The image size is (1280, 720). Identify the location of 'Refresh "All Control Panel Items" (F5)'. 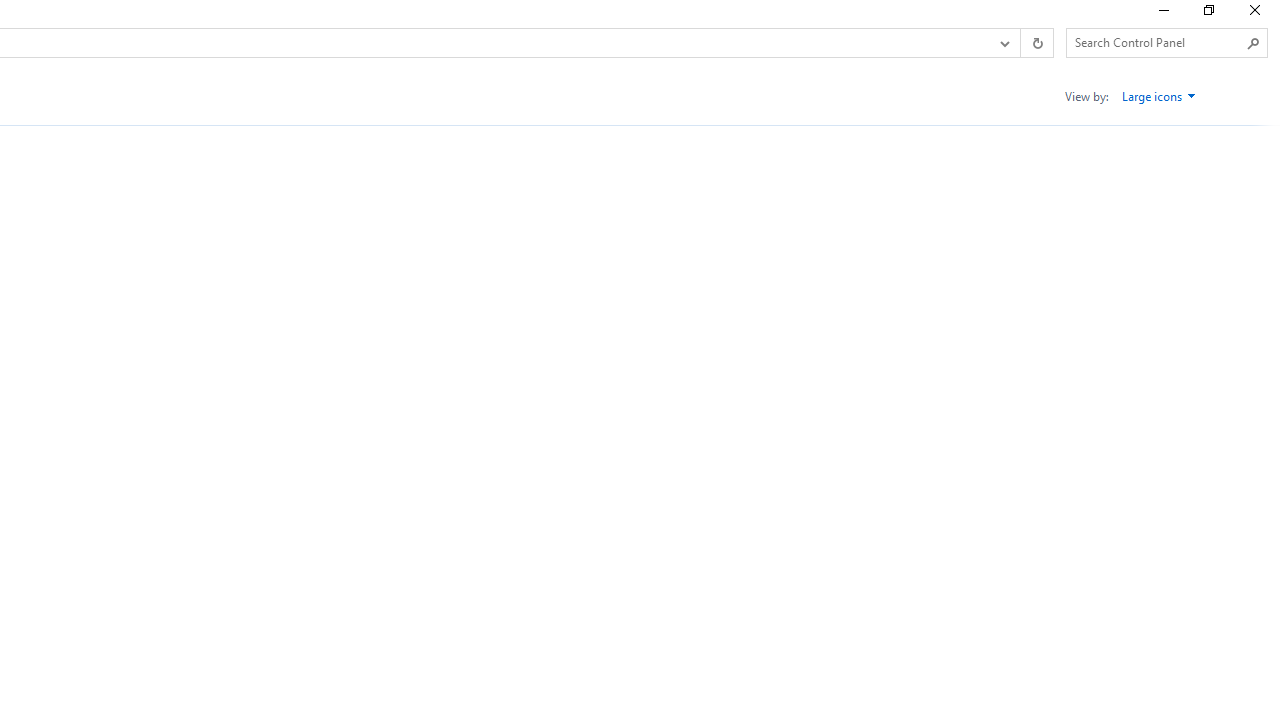
(1036, 43).